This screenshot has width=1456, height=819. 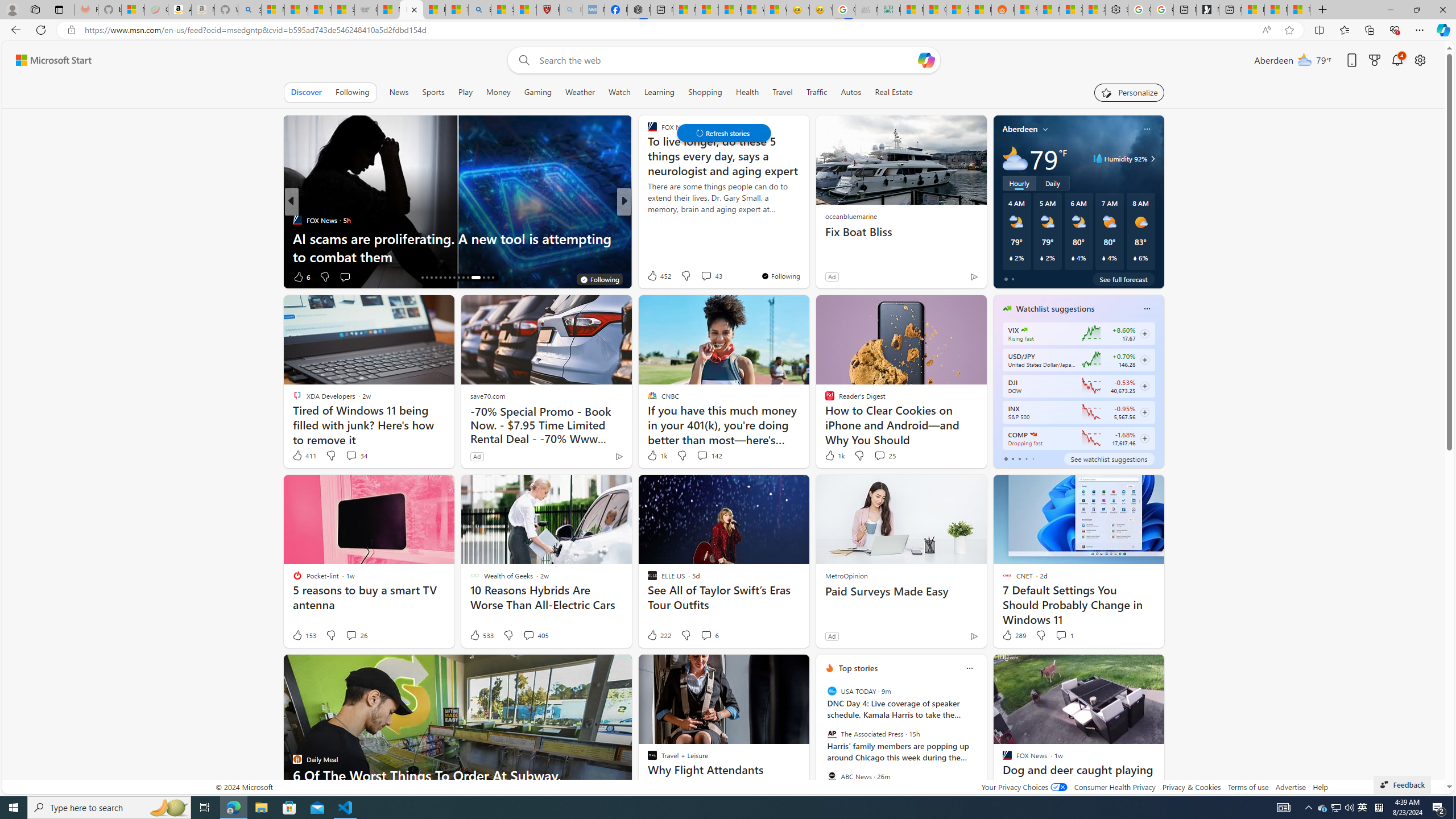 I want to click on 'View comments 7 Comment', so click(x=705, y=276).